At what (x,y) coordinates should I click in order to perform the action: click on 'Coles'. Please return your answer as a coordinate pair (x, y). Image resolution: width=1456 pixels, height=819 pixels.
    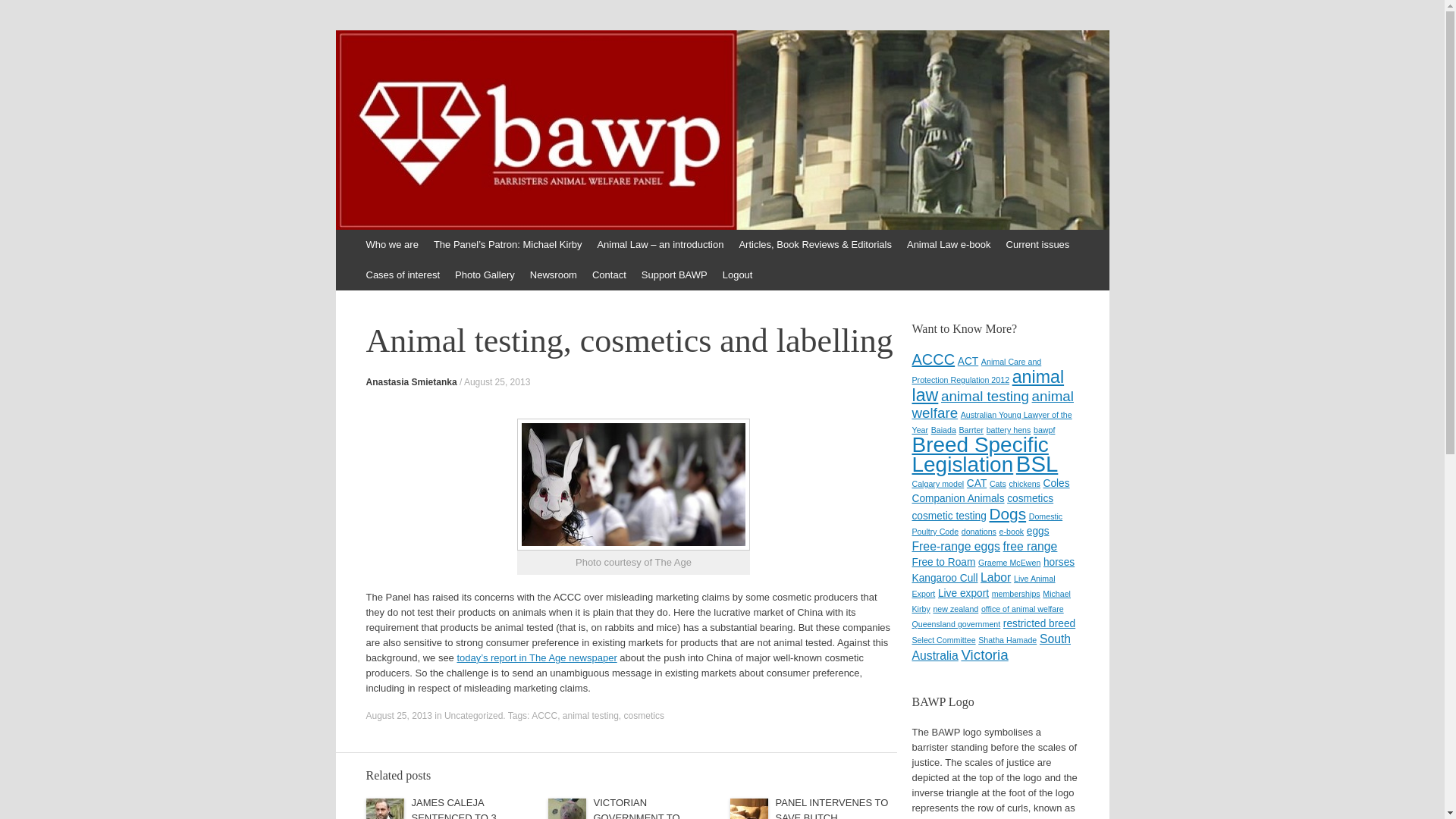
    Looking at the image, I should click on (1056, 483).